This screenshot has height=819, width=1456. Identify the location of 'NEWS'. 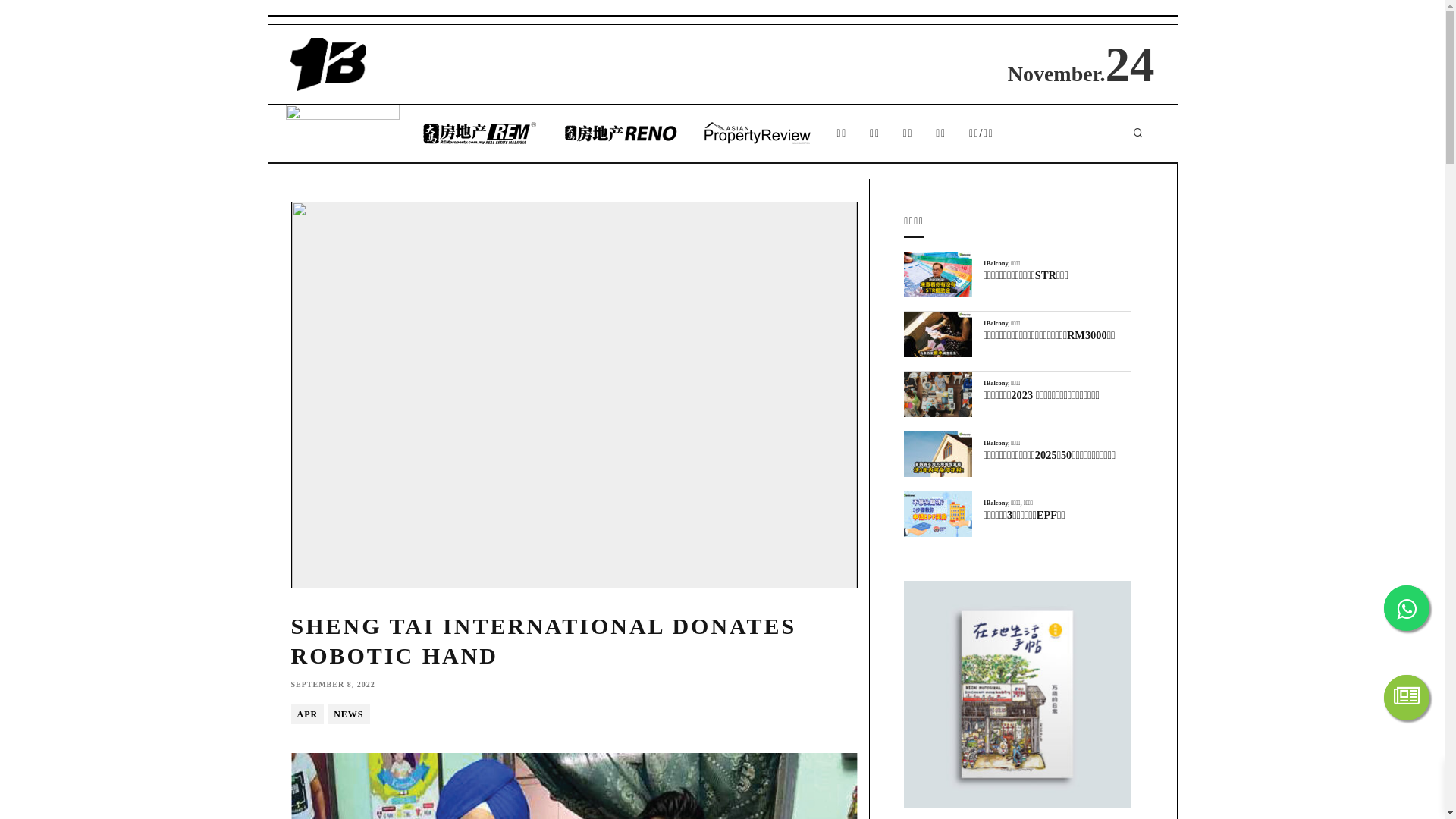
(347, 714).